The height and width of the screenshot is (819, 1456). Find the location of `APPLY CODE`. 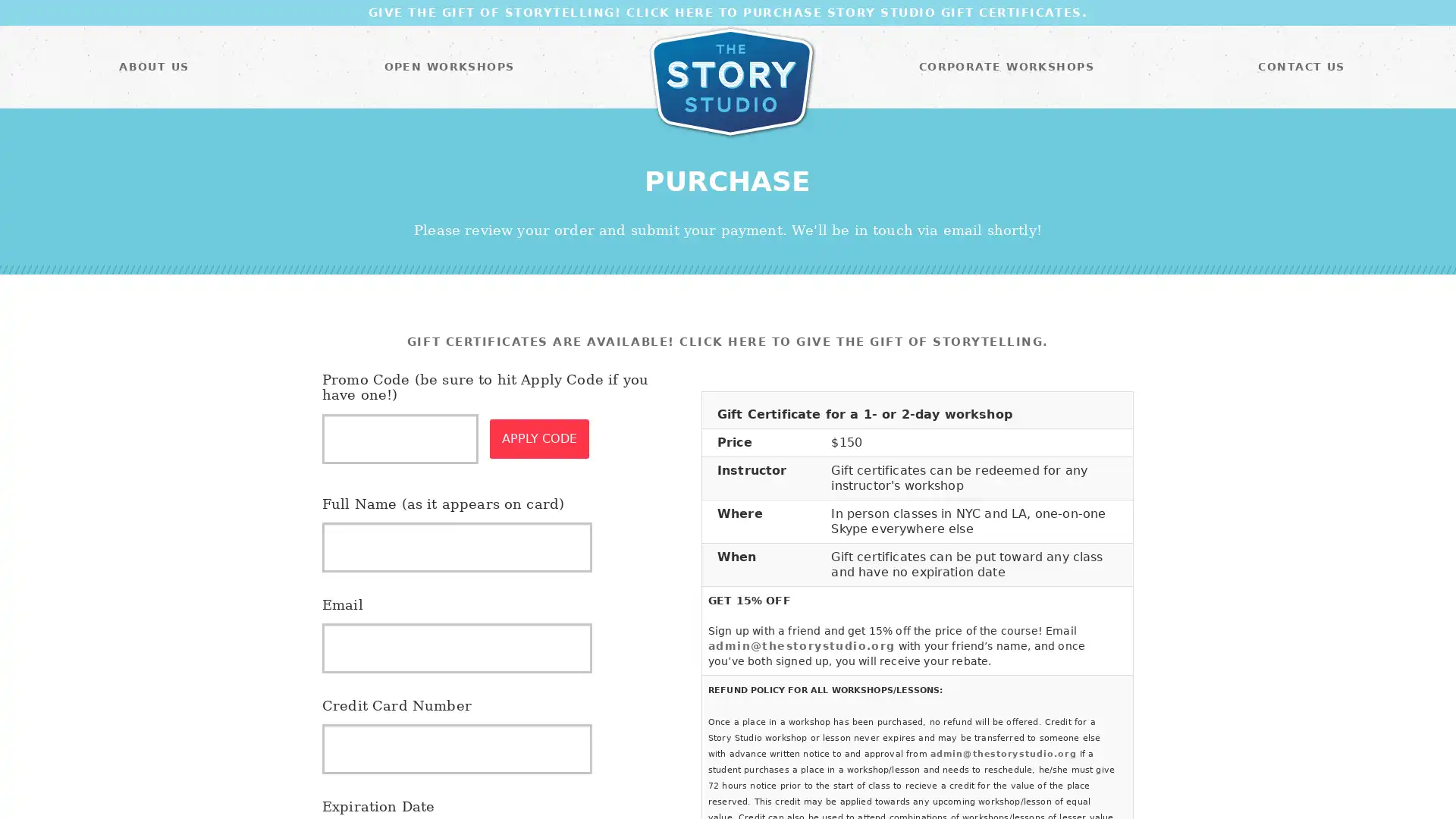

APPLY CODE is located at coordinates (539, 438).